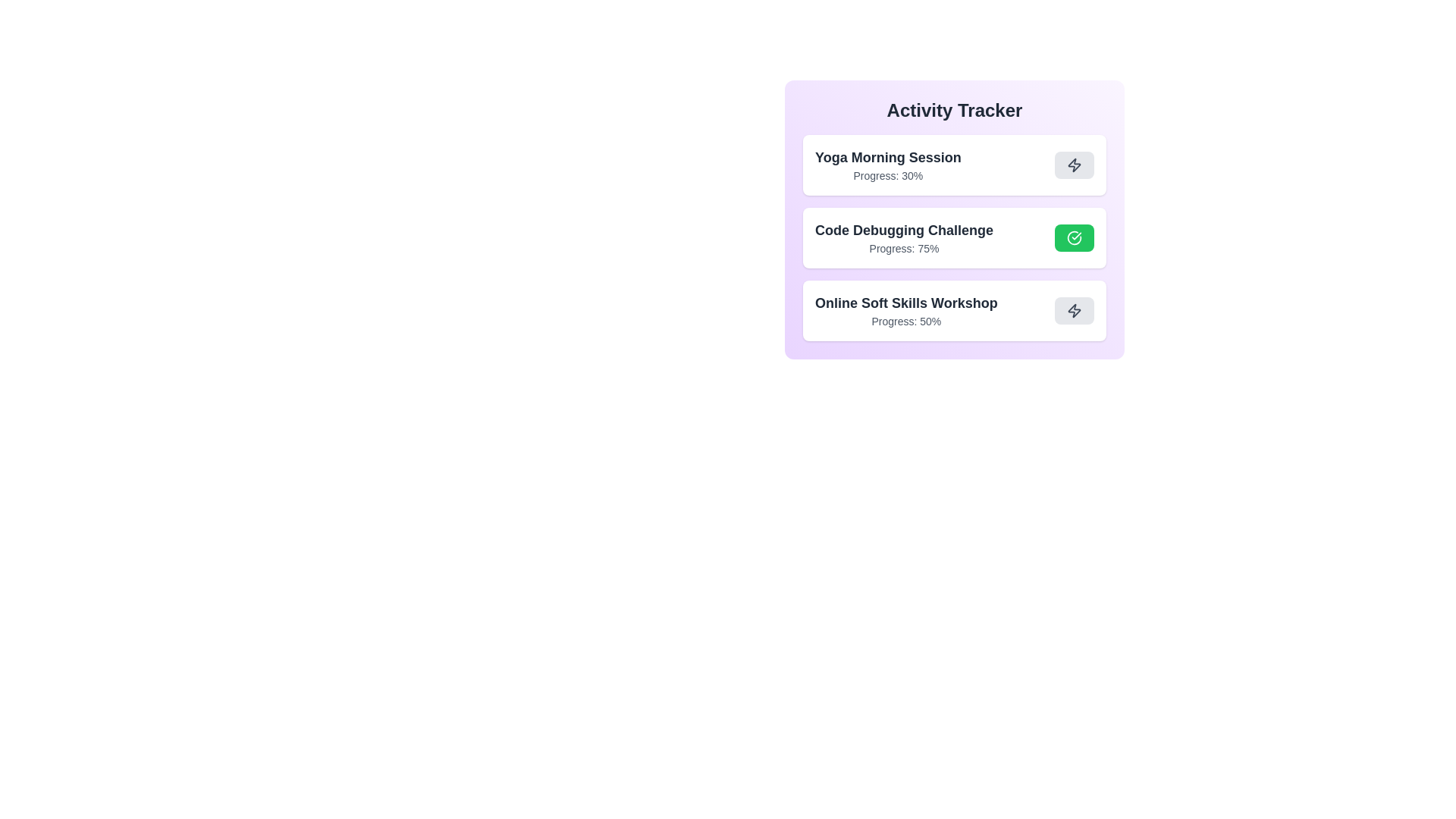  What do you see at coordinates (1073, 237) in the screenshot?
I see `the activity associated with the Code Debugging Challenge button` at bounding box center [1073, 237].